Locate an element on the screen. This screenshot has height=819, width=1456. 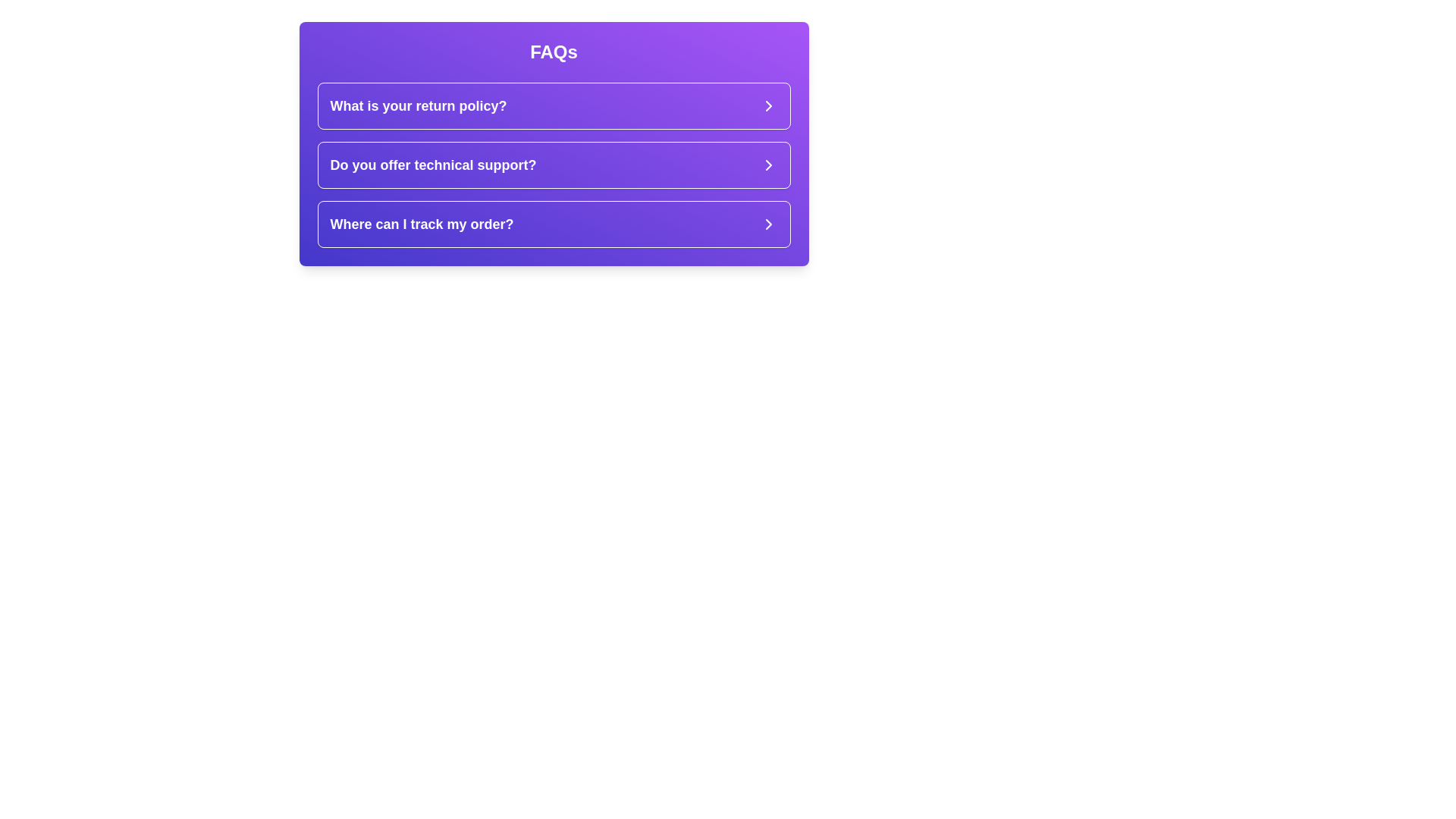
the navigational icon located at the far right of the interactive card labeled 'Do you offer technical support?' is located at coordinates (768, 165).